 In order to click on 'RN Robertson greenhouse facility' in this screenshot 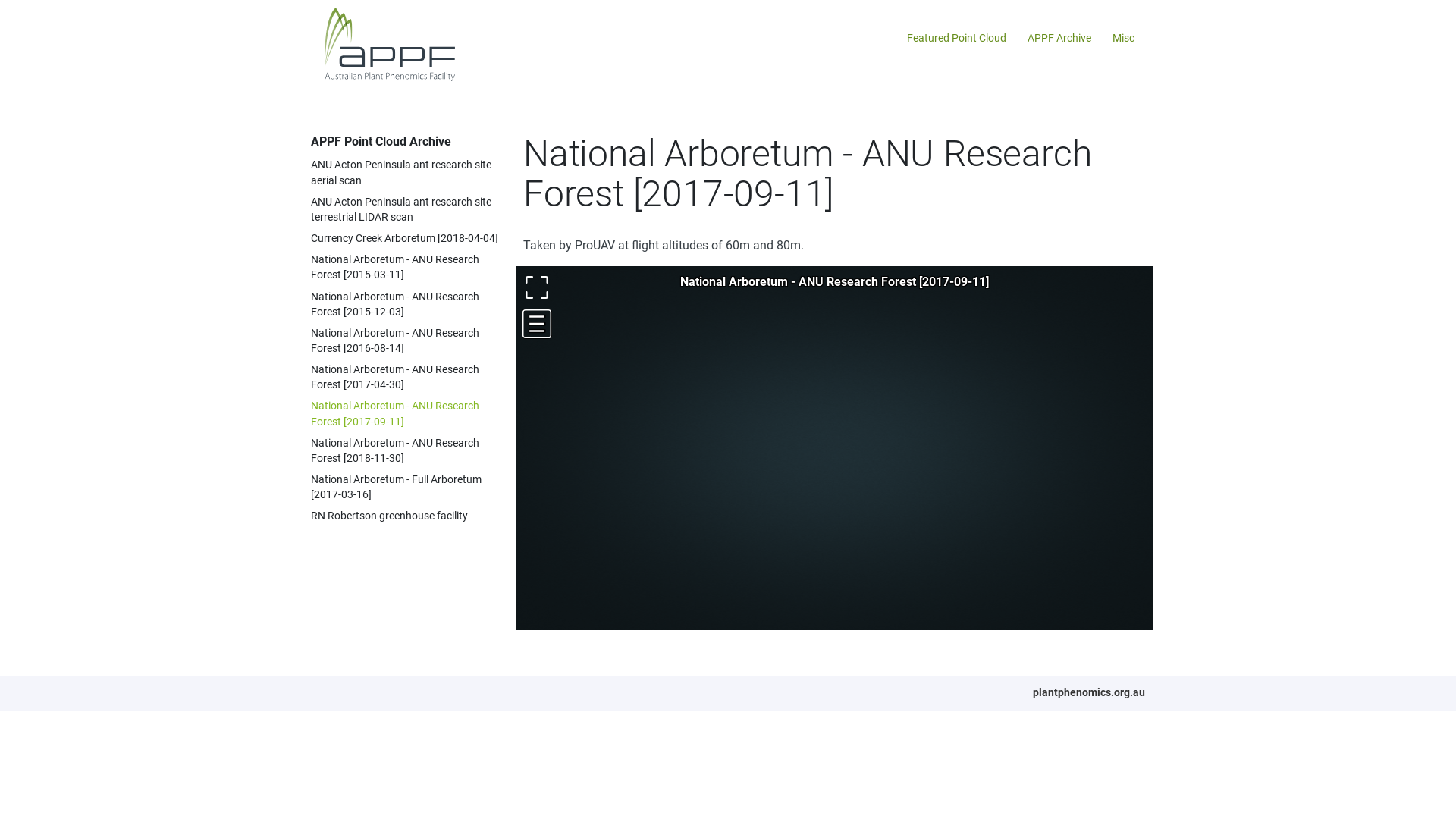, I will do `click(309, 515)`.